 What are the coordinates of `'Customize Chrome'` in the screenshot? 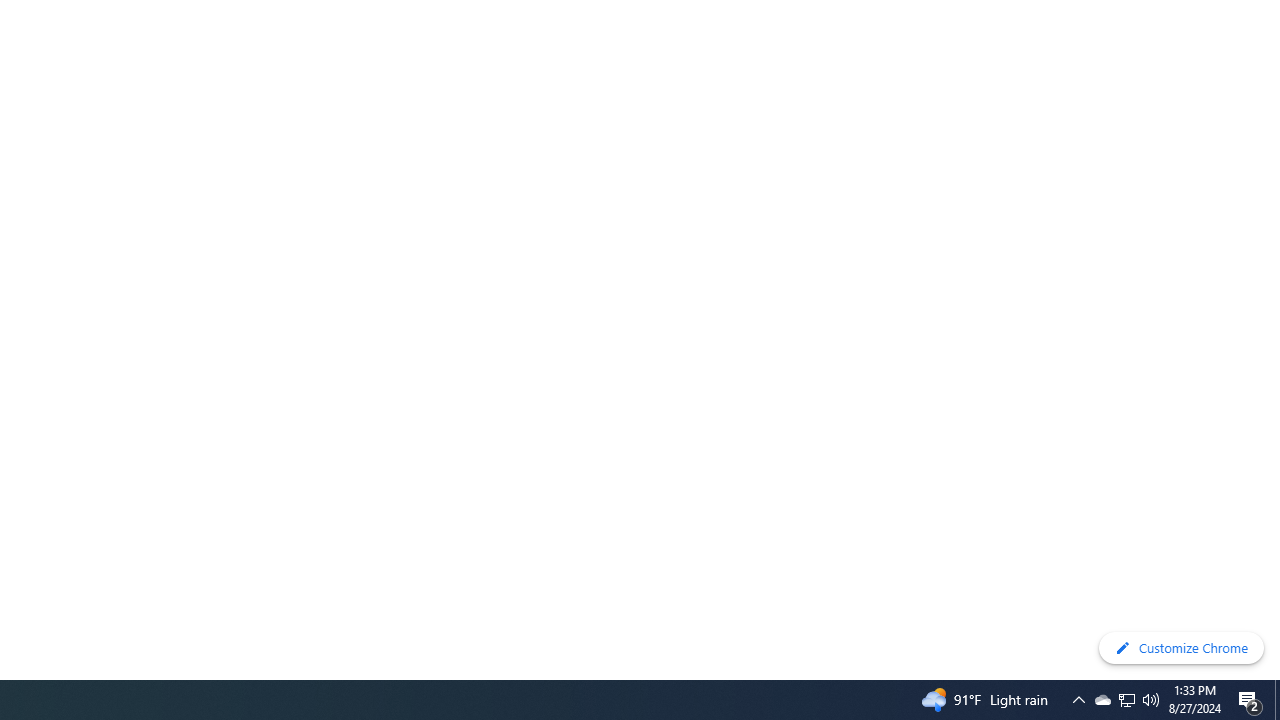 It's located at (1181, 648).